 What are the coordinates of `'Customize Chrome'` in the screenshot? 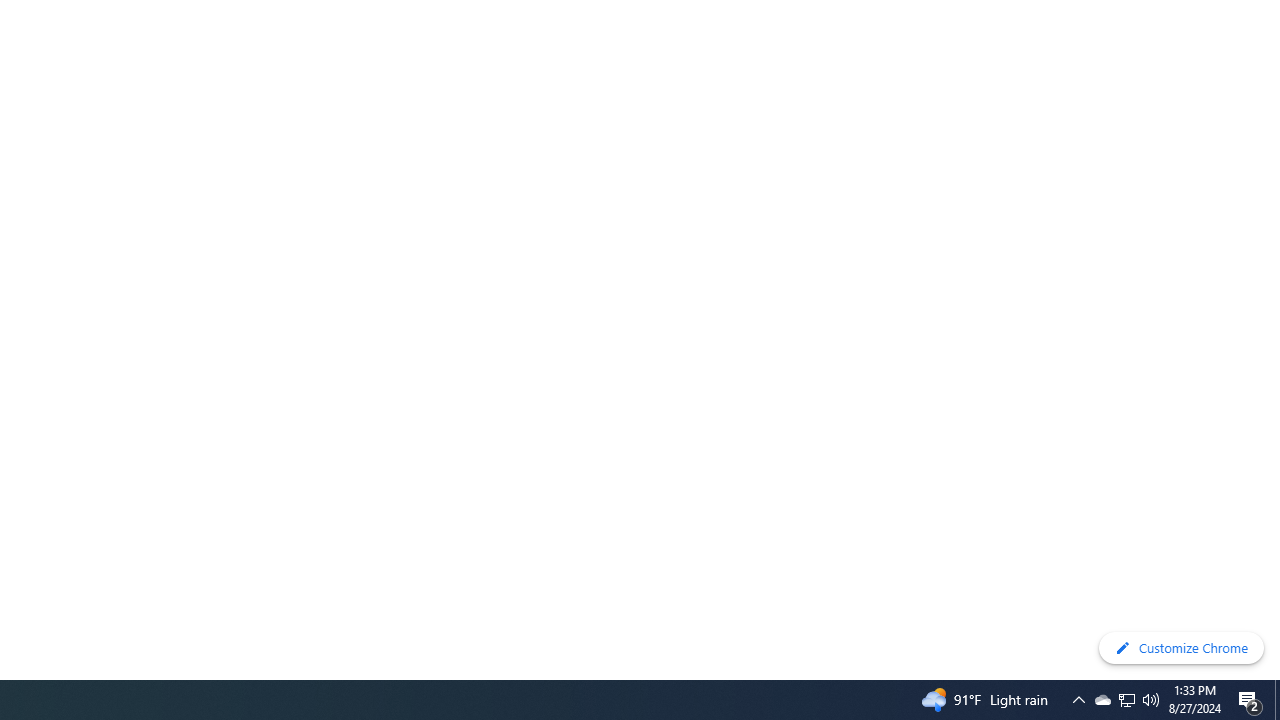 It's located at (1181, 648).